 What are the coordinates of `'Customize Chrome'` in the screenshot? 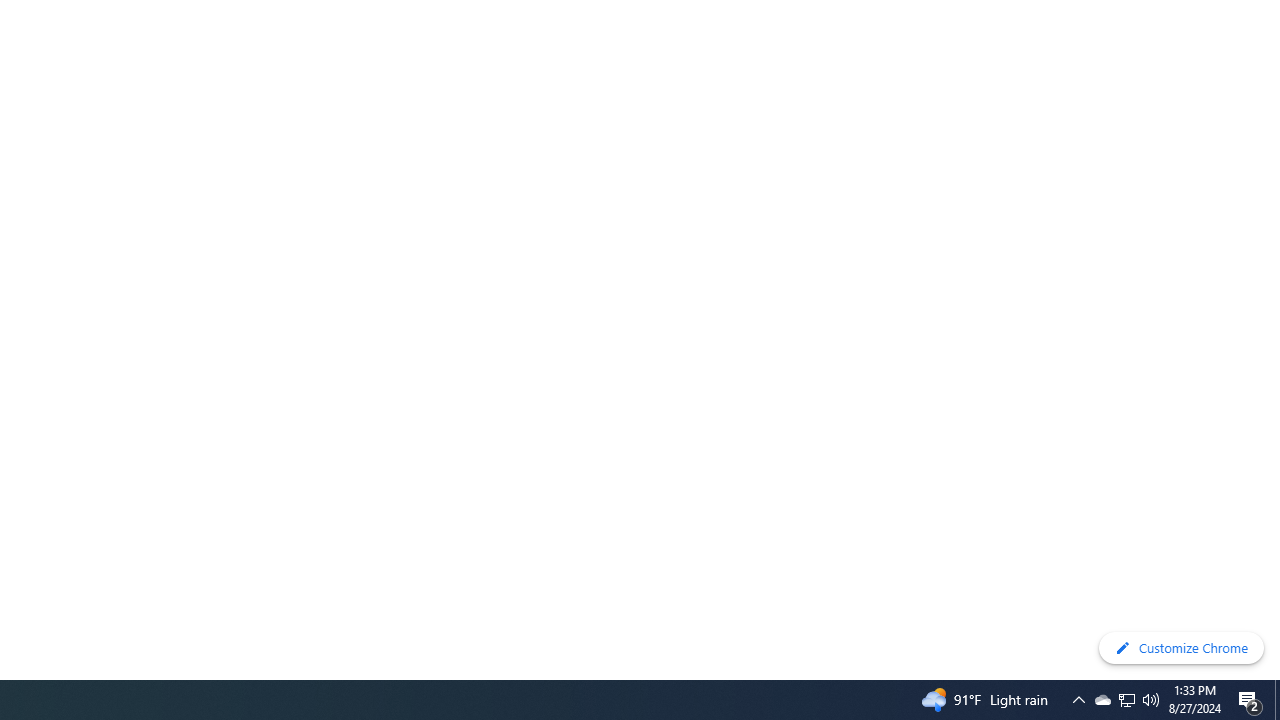 It's located at (1181, 648).